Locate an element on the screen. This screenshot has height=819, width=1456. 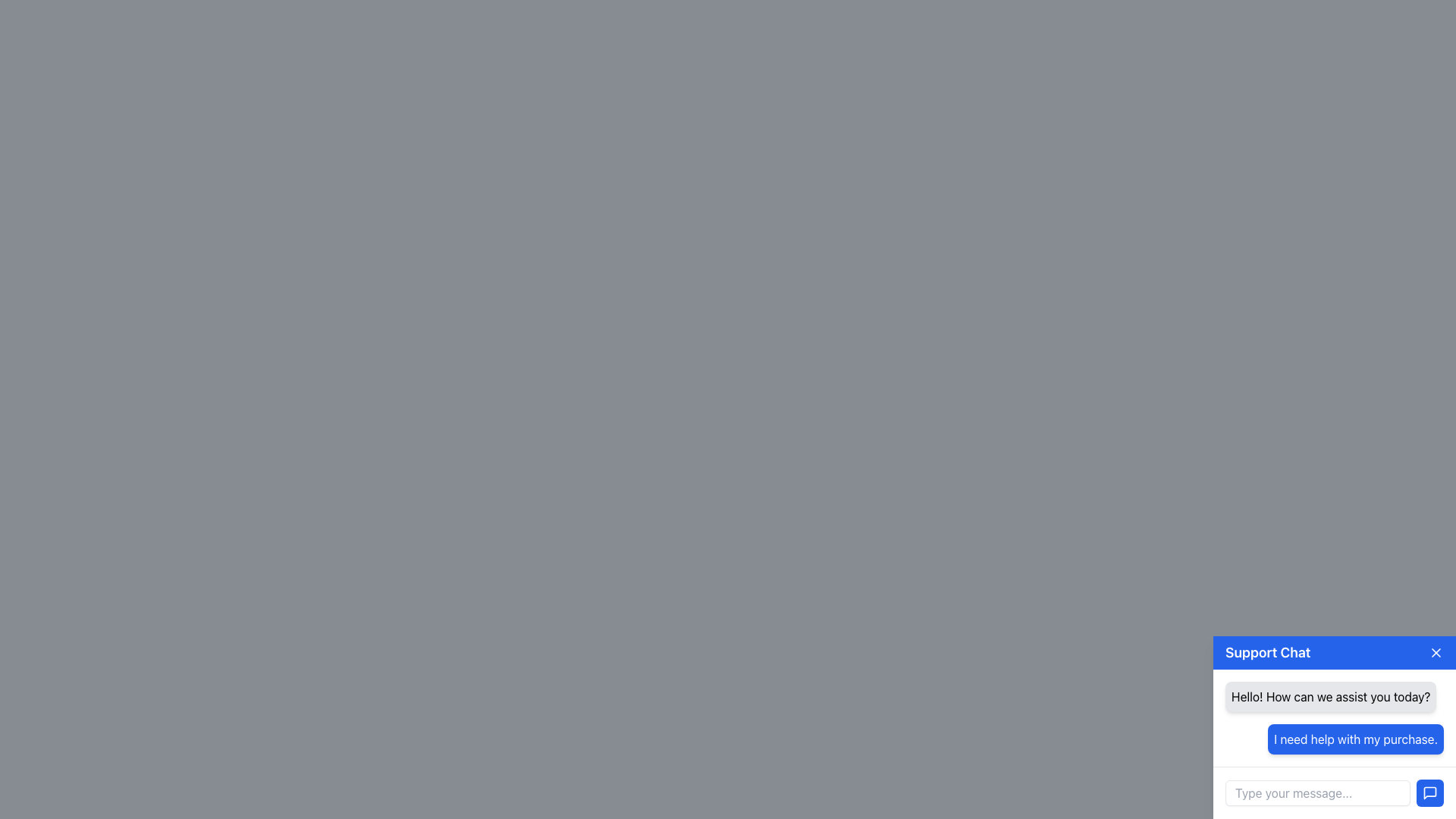
the chat bubble with a blue background and the text 'I need help with my purchase.' which is positioned below a gray bubble in the chat interface is located at coordinates (1335, 739).